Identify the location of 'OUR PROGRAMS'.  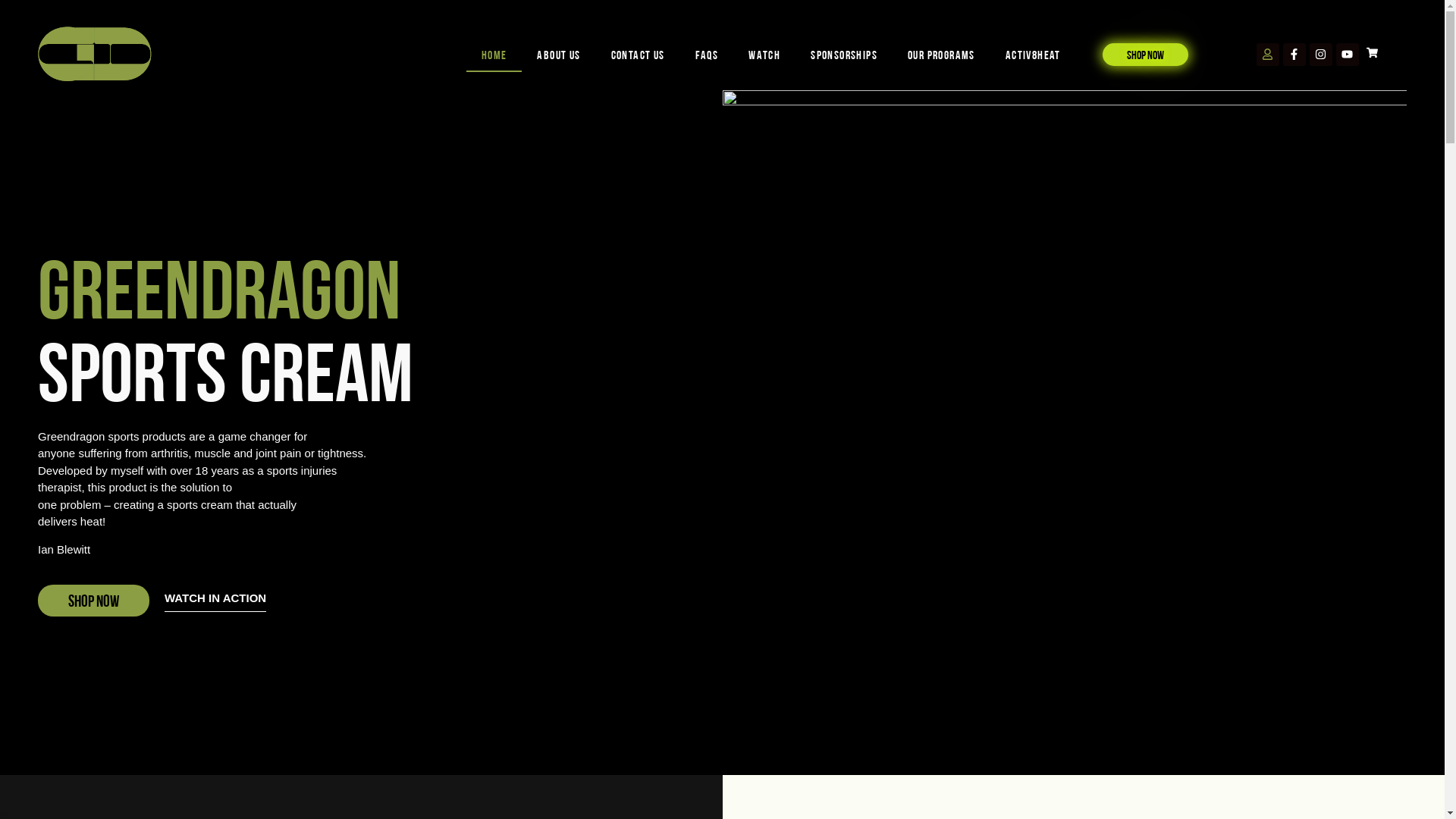
(940, 52).